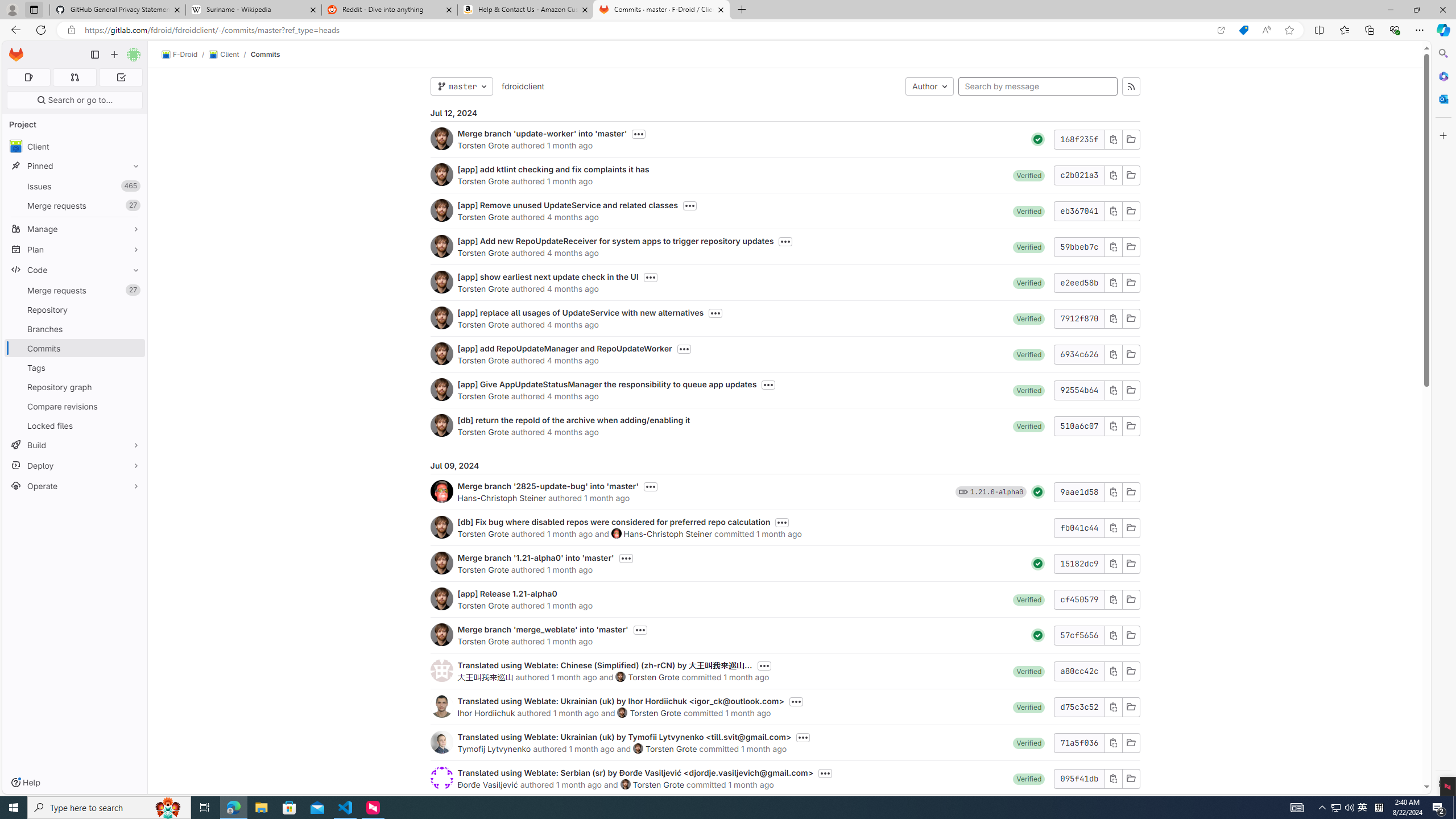  Describe the element at coordinates (265, 54) in the screenshot. I see `'Commits'` at that location.